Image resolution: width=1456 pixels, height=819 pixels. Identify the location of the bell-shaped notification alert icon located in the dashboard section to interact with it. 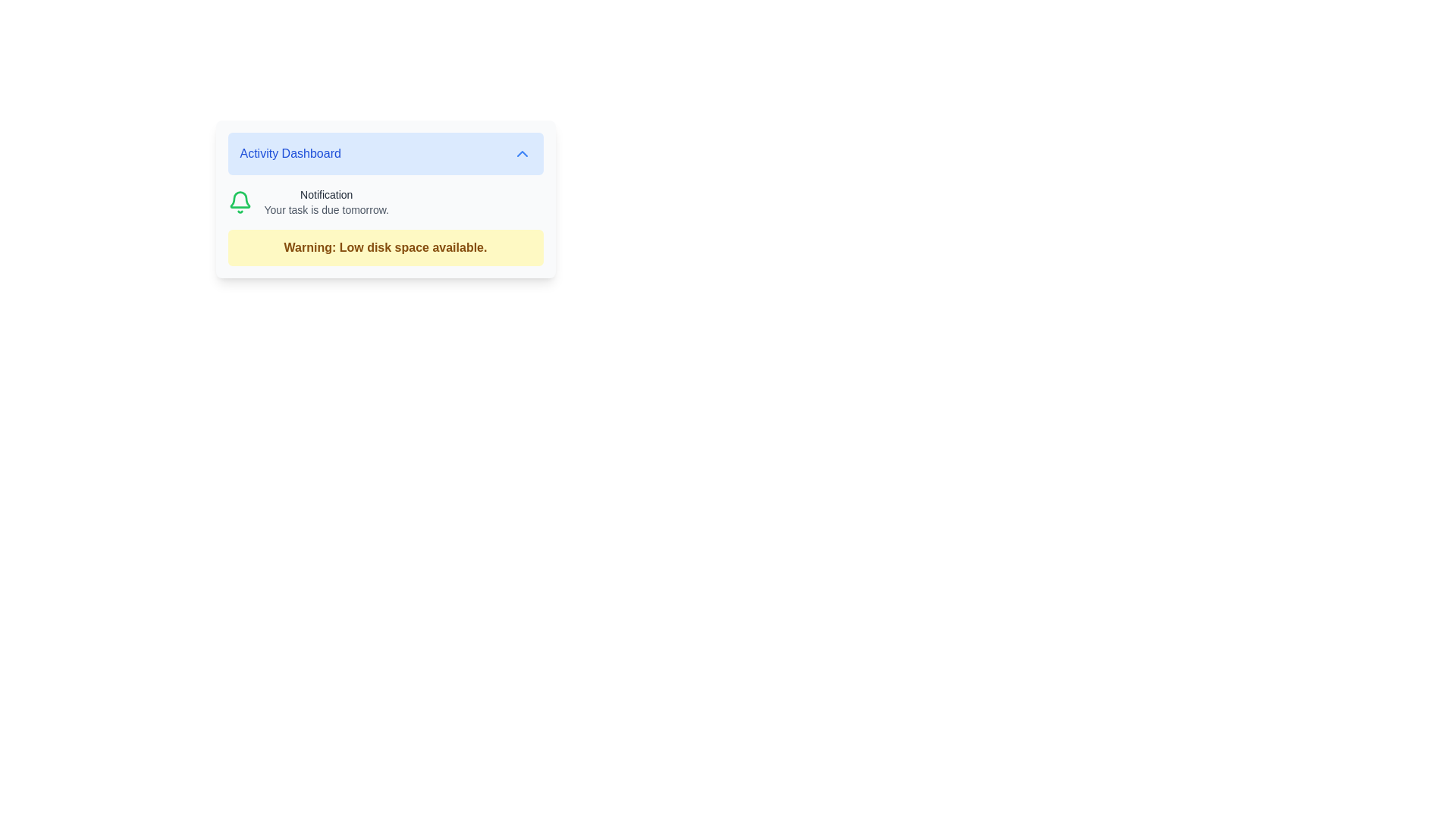
(239, 199).